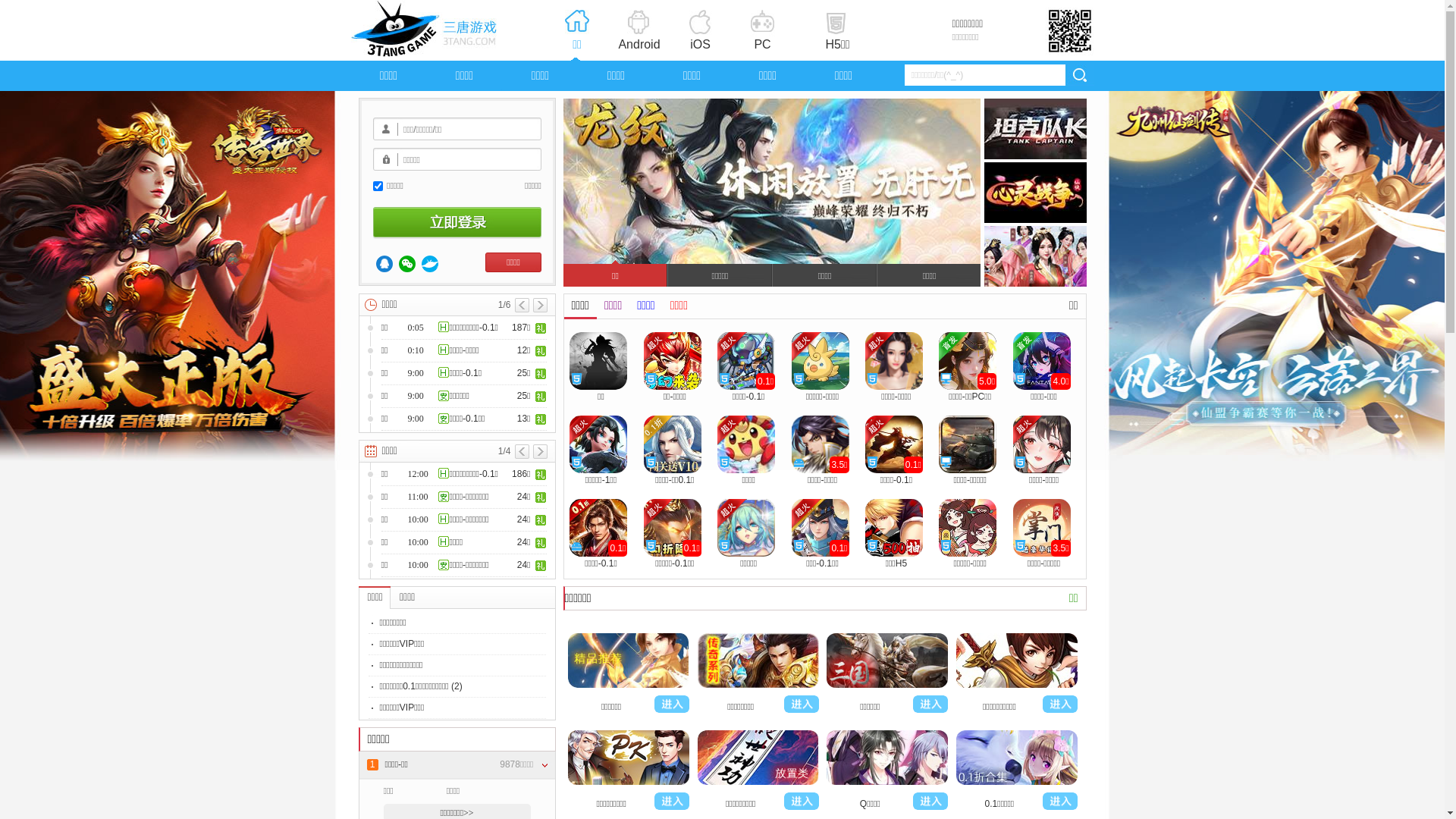  I want to click on 'Android', so click(639, 31).